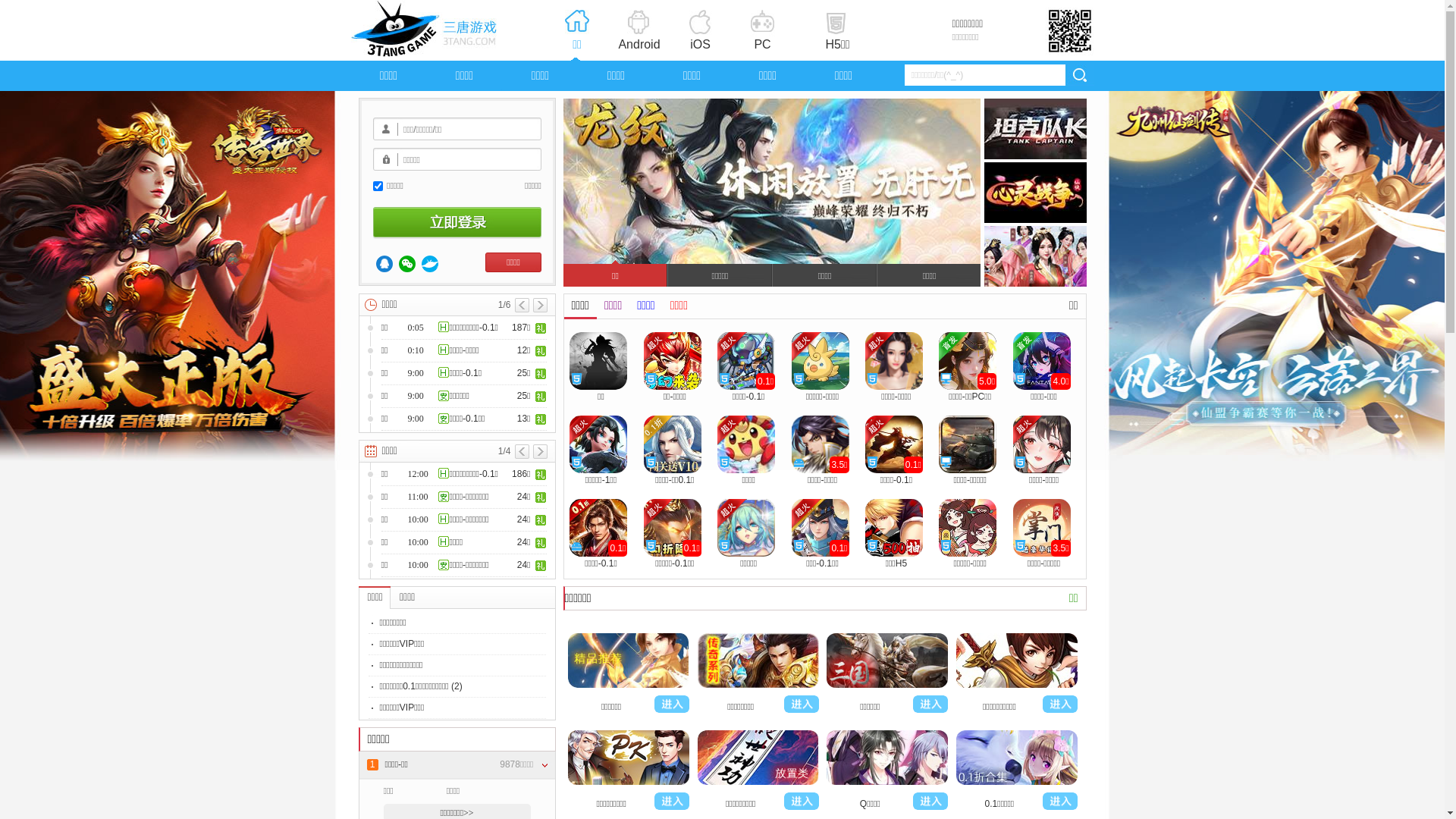  I want to click on 'Android', so click(639, 31).